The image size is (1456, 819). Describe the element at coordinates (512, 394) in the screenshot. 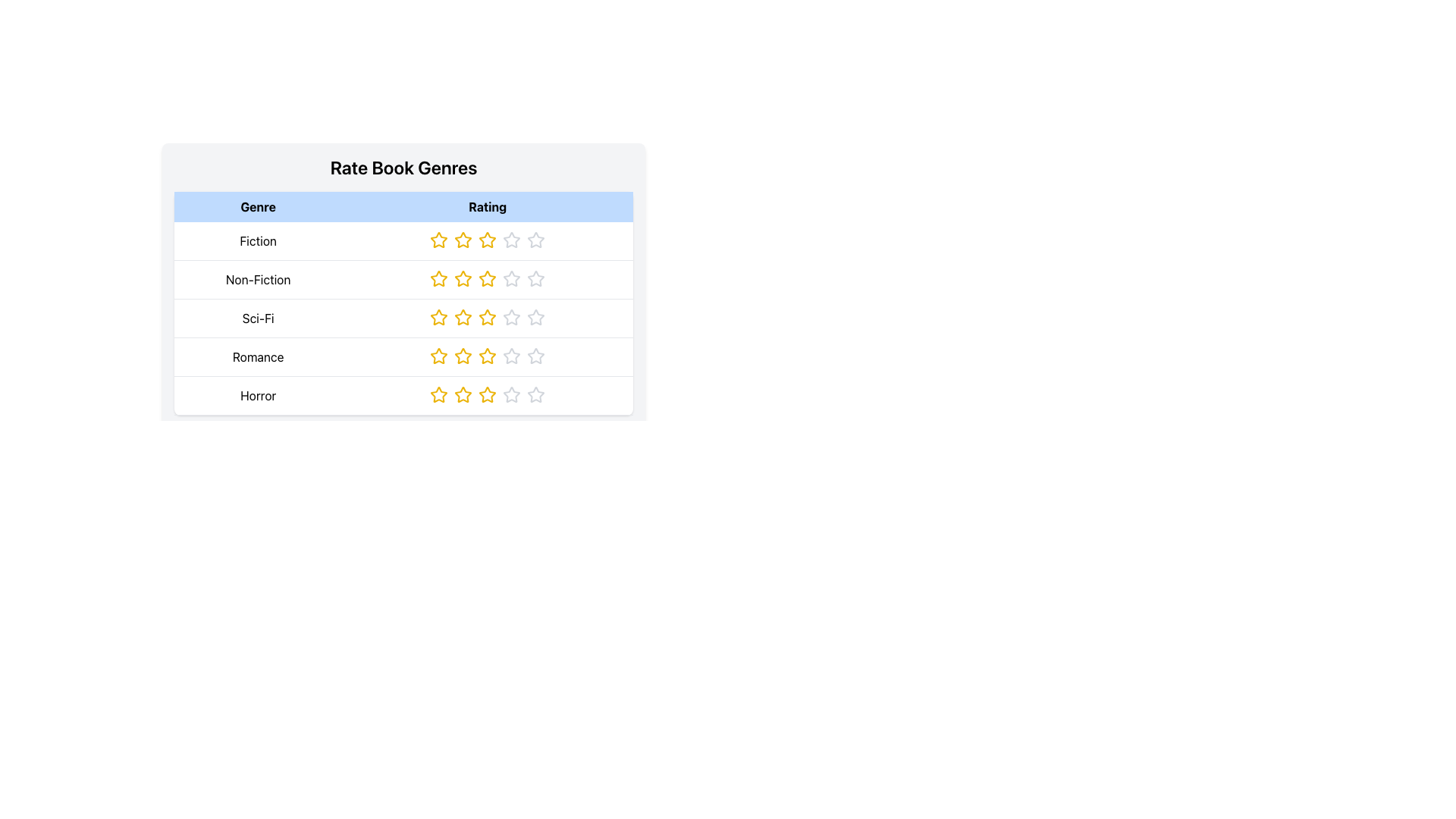

I see `the fourth star in the star rating component for the 'Horror' genre to provide a rating` at that location.